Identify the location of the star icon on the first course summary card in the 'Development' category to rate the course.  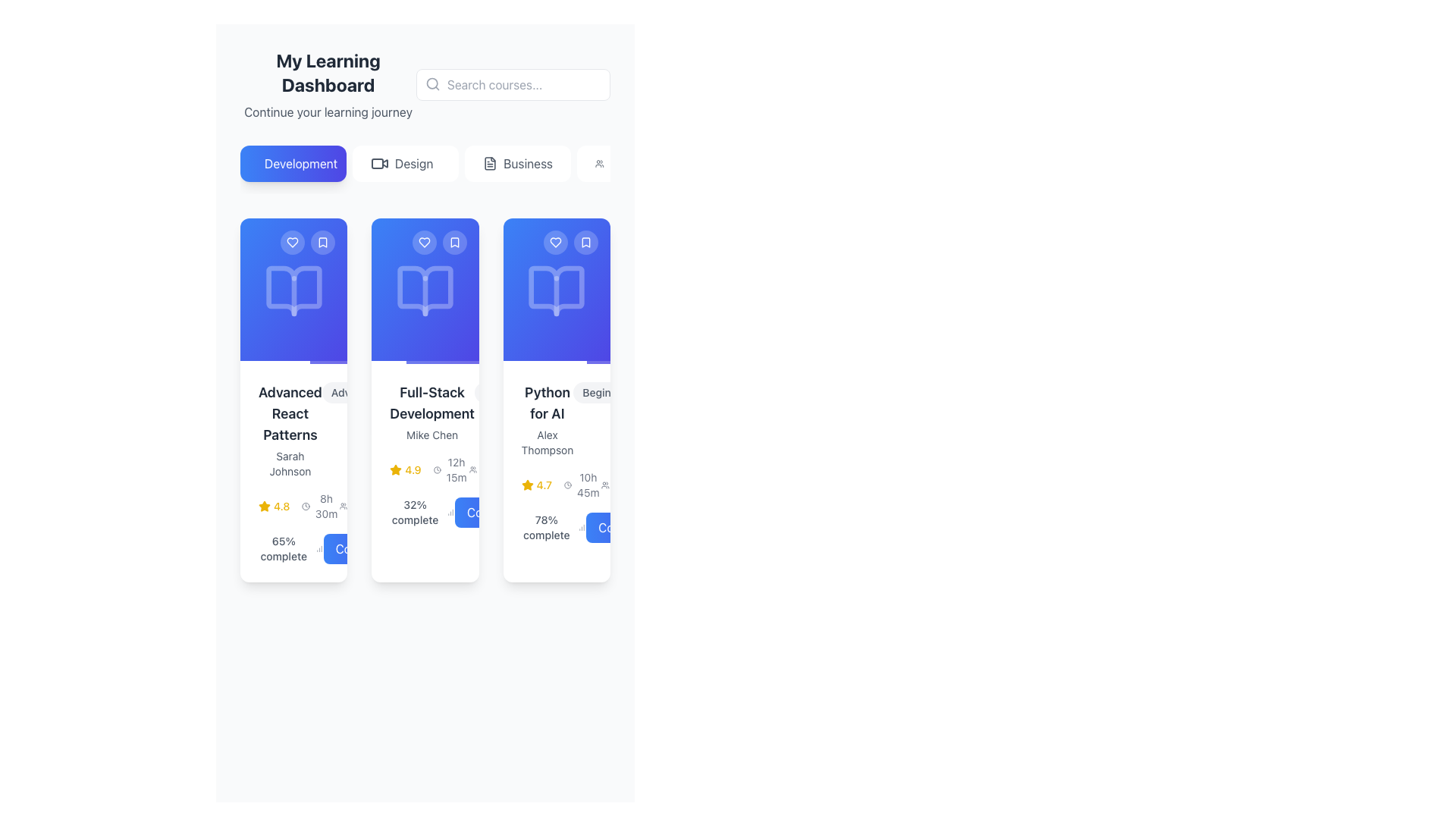
(293, 472).